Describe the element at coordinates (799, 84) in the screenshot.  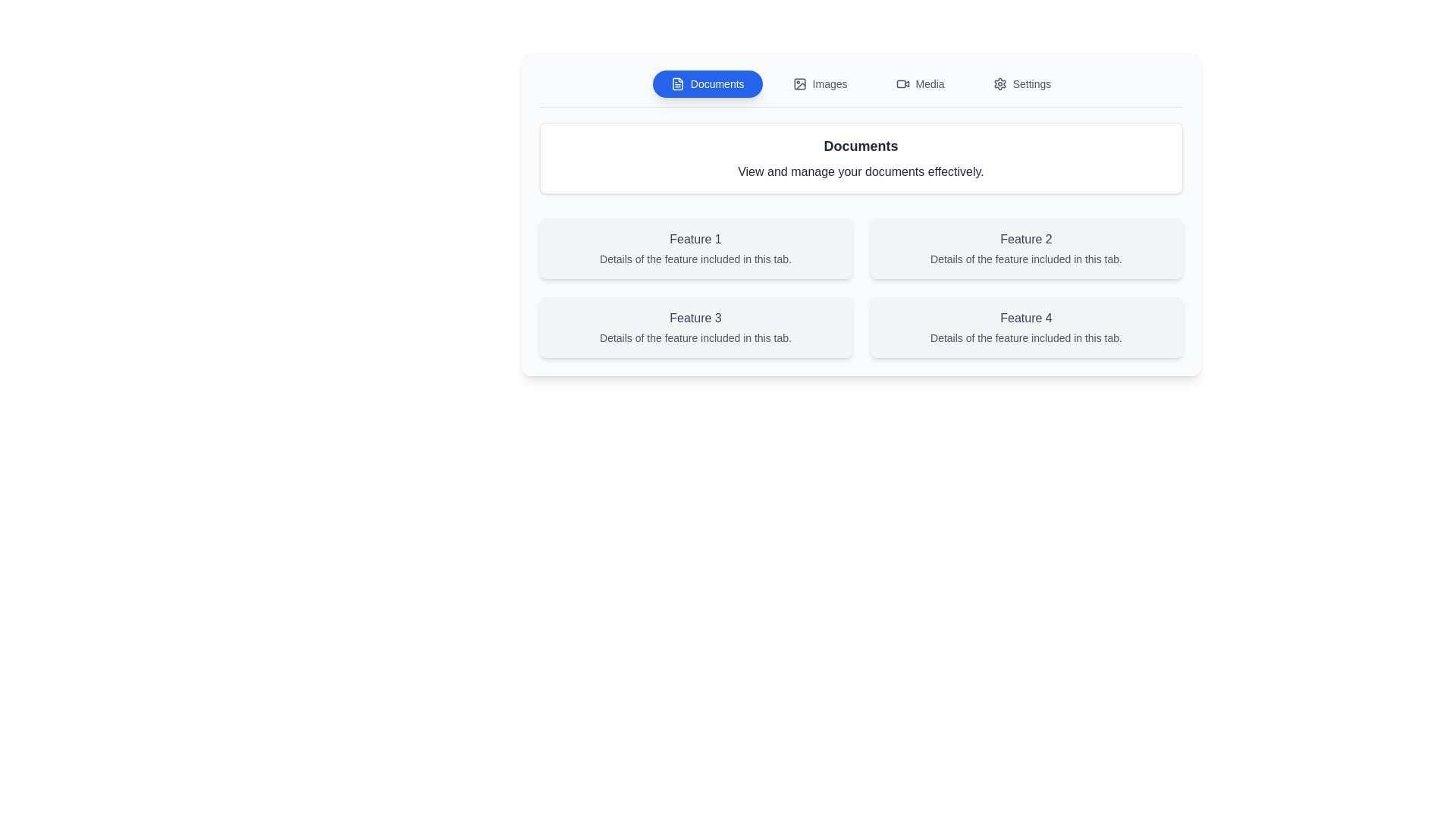
I see `the icon resembling a simplistic image frame with a circular mark inside, located near the left side of the 'Images' tab in the top navigation bar` at that location.